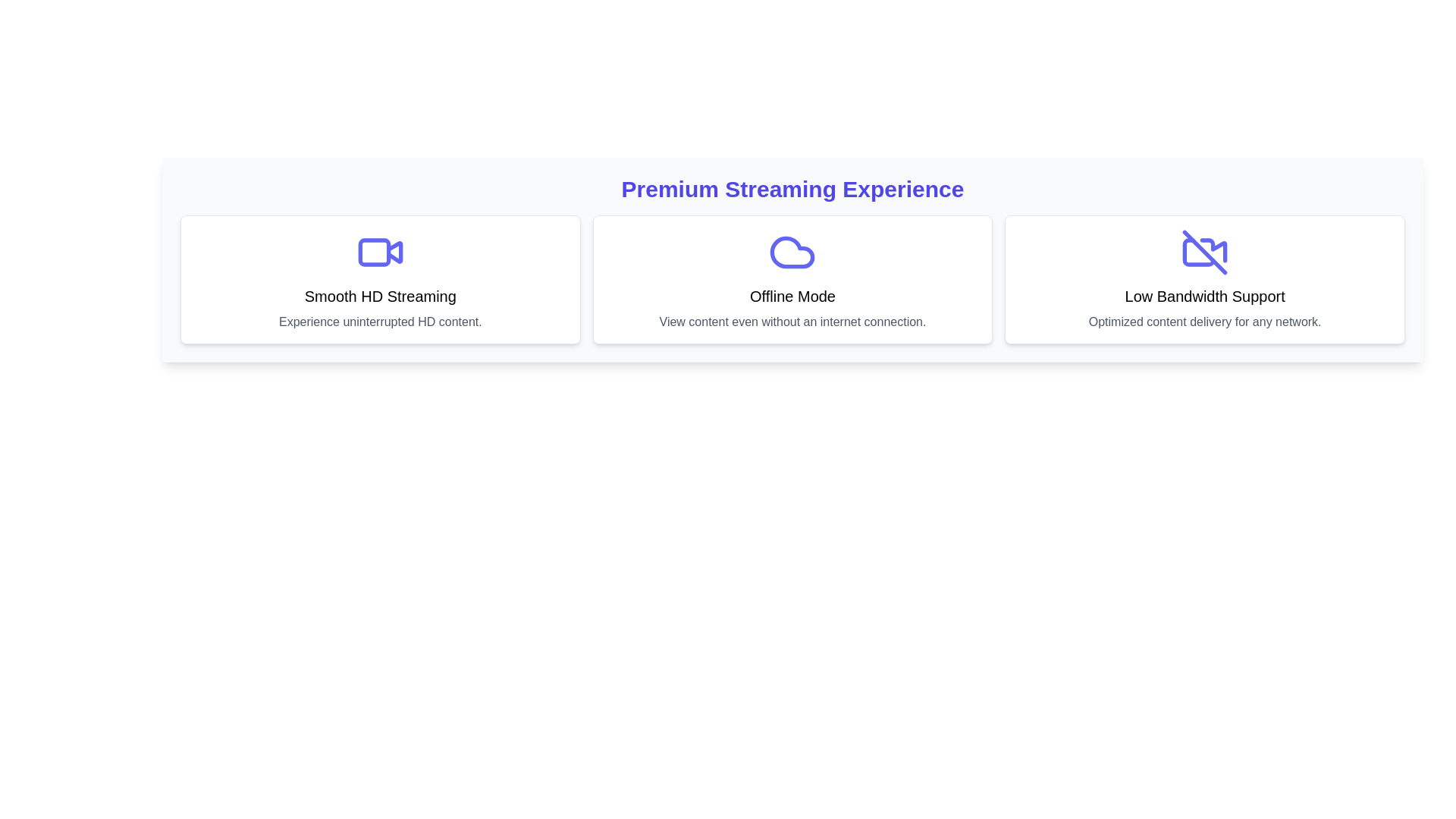  Describe the element at coordinates (380, 321) in the screenshot. I see `the text label providing additional information about the 'Smooth HD Streaming' functionality, located at the bottom of the card labeled 'Smooth HD Streaming'` at that location.